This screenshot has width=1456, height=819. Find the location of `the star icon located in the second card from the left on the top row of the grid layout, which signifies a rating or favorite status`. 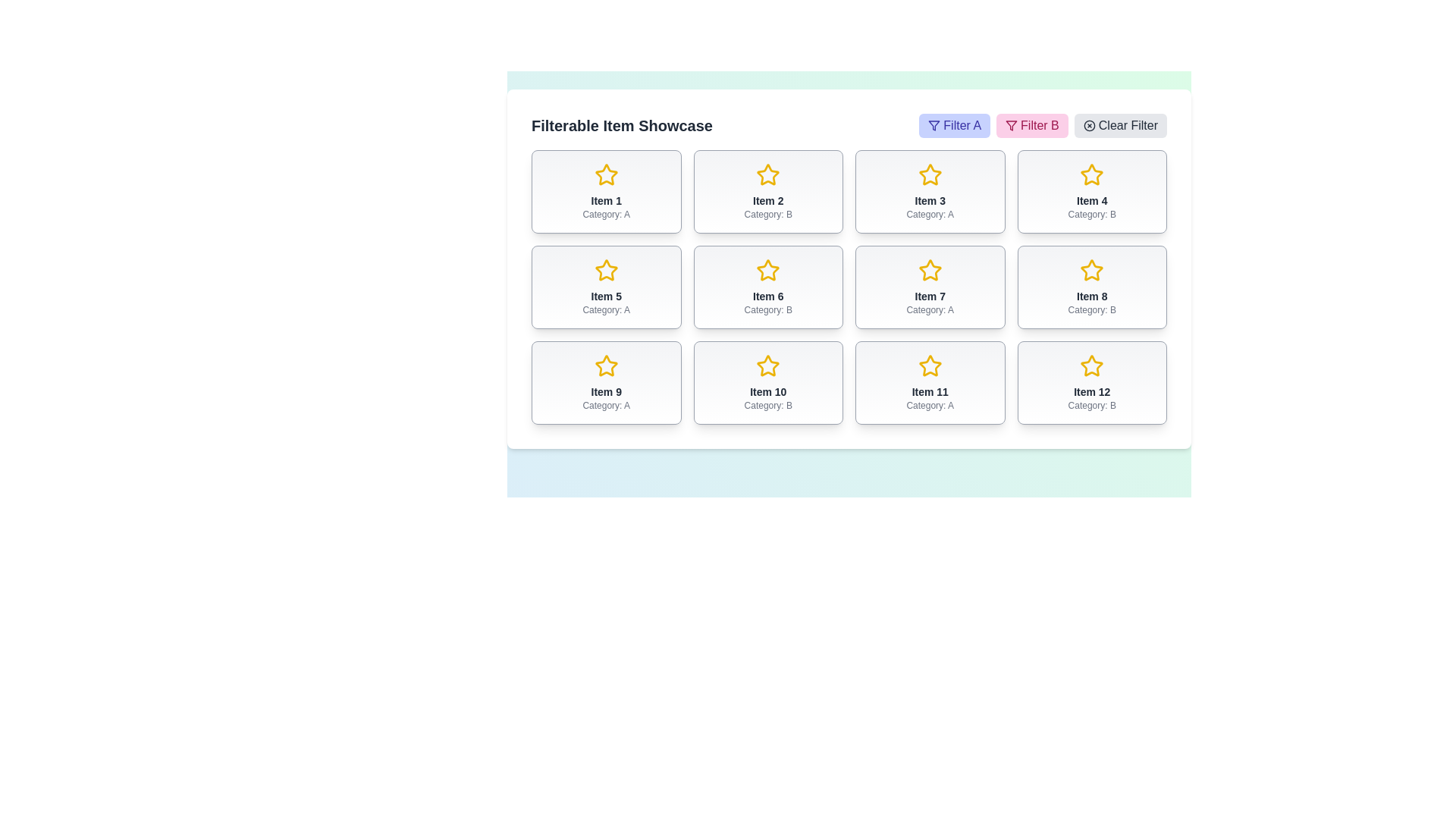

the star icon located in the second card from the left on the top row of the grid layout, which signifies a rating or favorite status is located at coordinates (768, 174).